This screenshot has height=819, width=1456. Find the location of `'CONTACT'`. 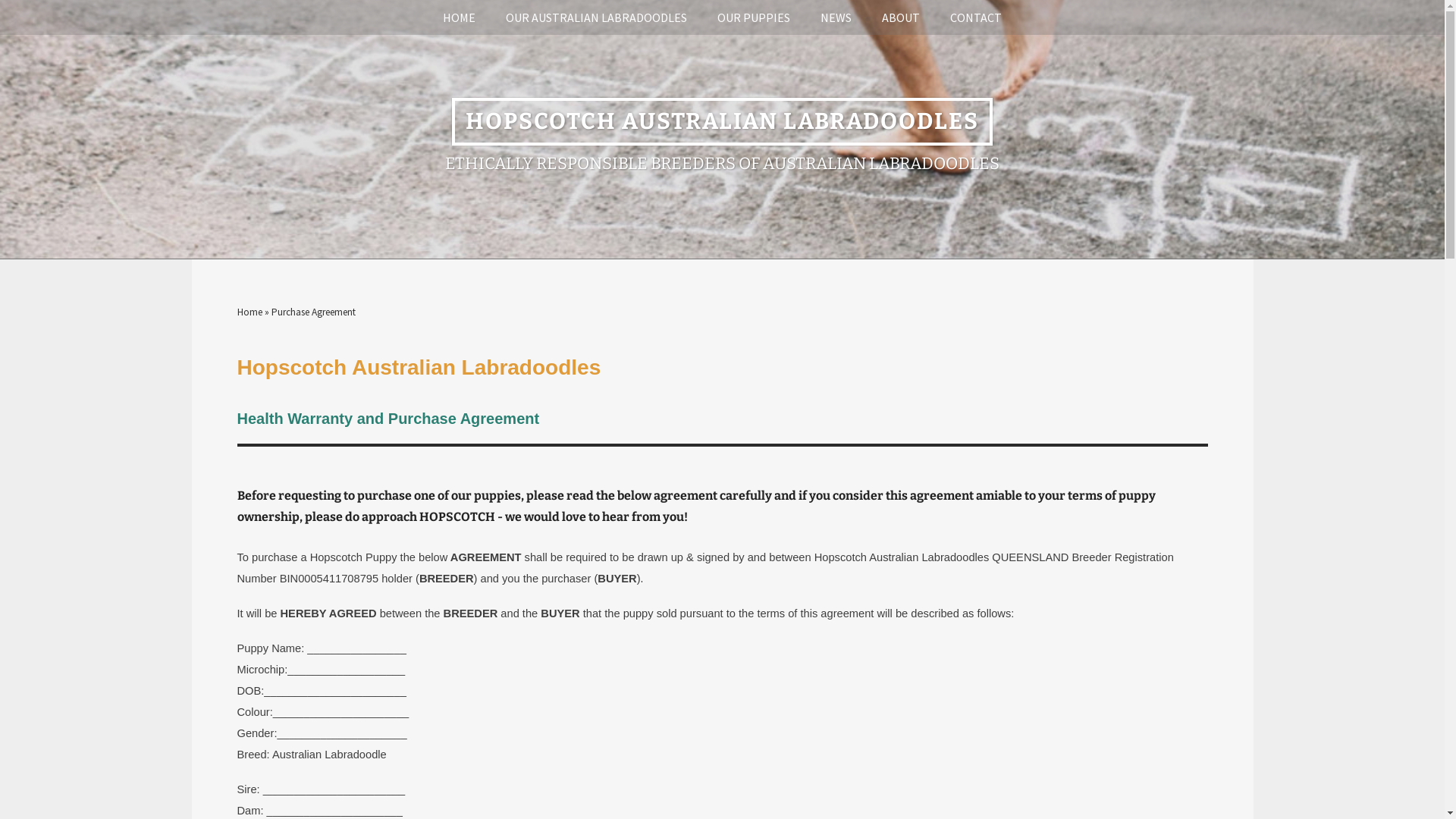

'CONTACT' is located at coordinates (975, 17).